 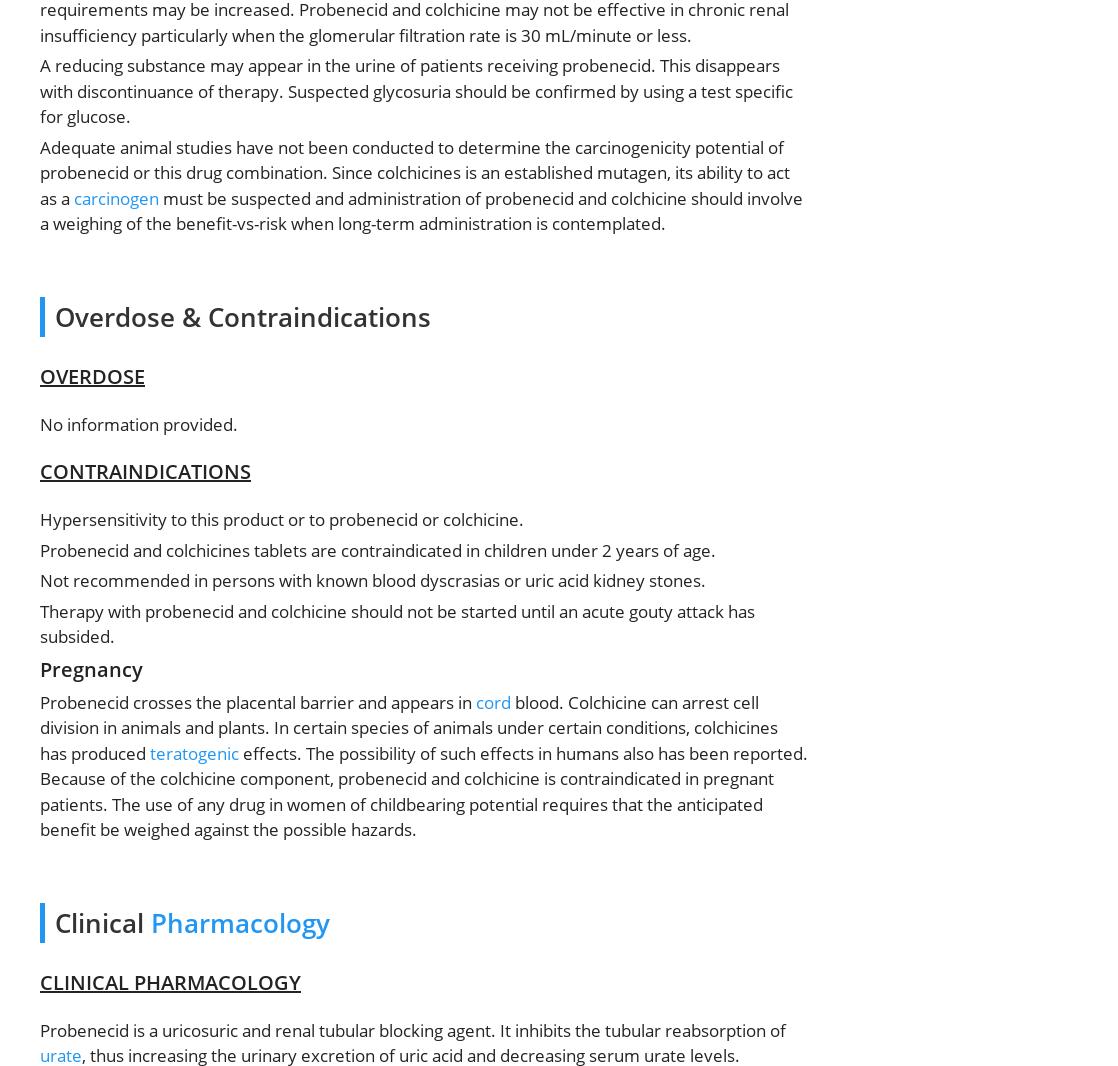 What do you see at coordinates (40, 90) in the screenshot?
I see `'A reducing substance may appear in the urine of patients receiving probenecid.
  This disappears with discontinuance of therapy. Suspected glycosuria should
  be confirmed by using a test specific for glucose.'` at bounding box center [40, 90].